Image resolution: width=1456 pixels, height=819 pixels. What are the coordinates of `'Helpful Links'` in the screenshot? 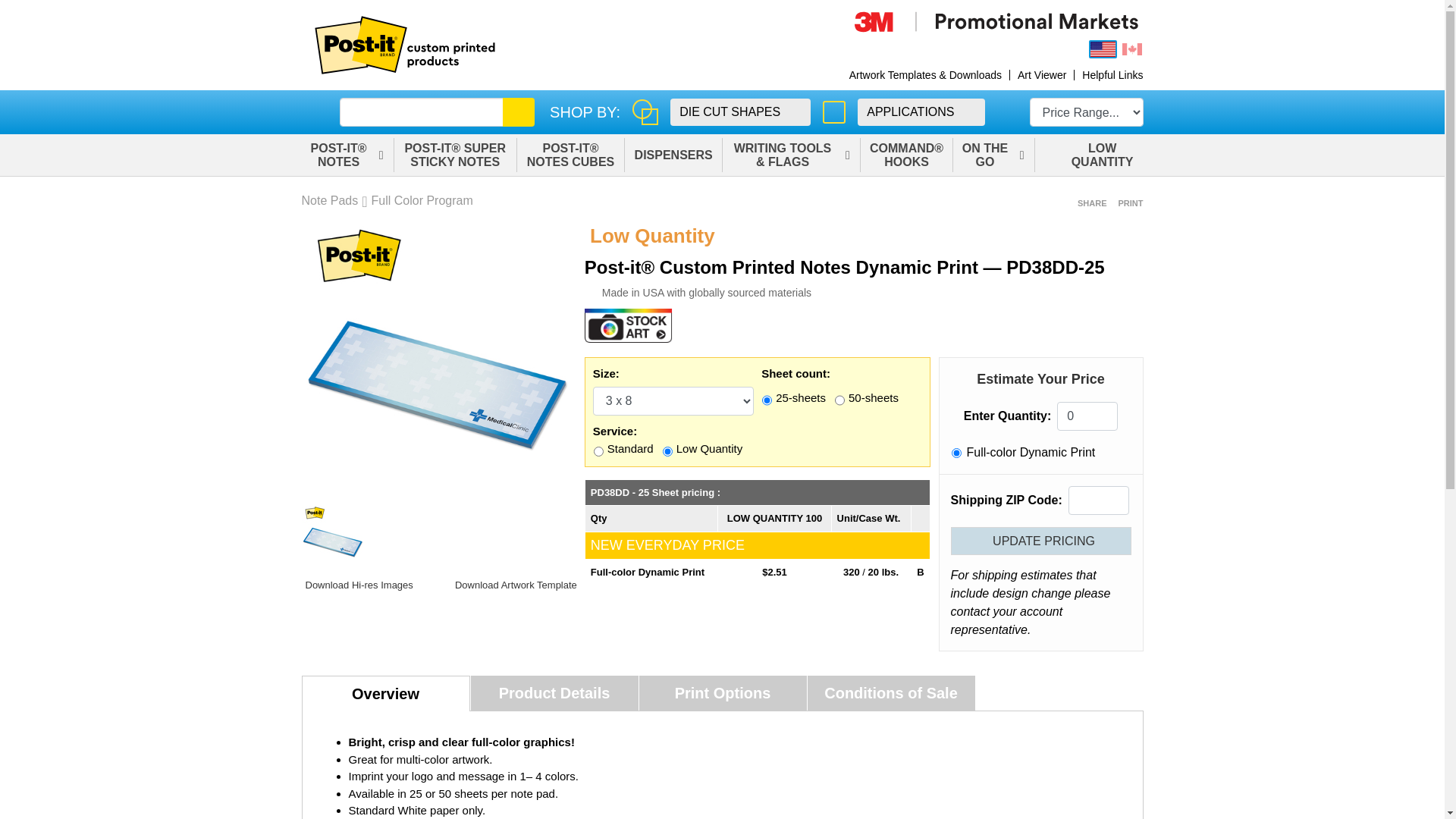 It's located at (1112, 75).